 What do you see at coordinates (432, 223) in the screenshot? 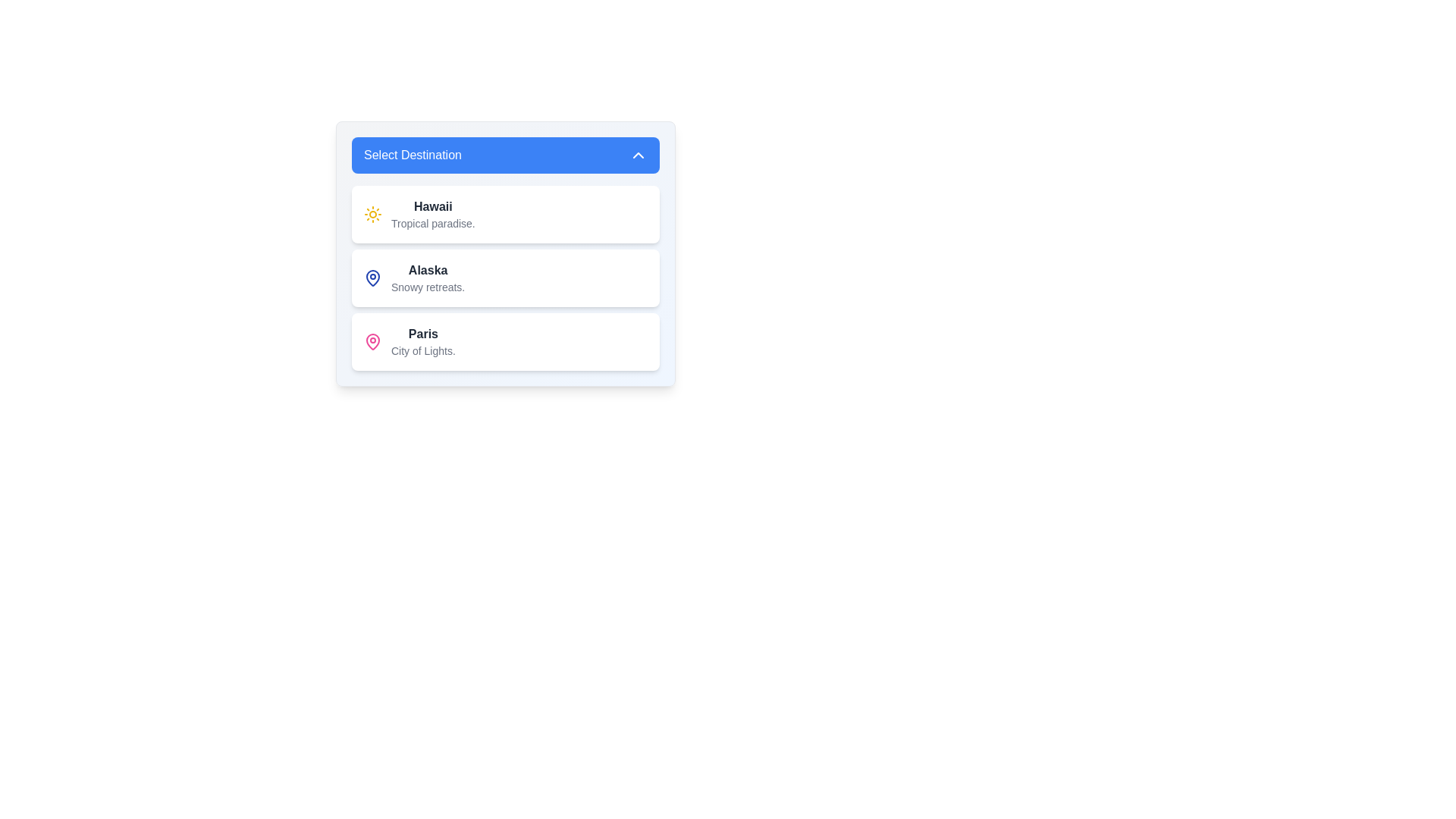
I see `the descriptive tagline text for the item 'Hawaii' within the first card entry of the vertically stacked selection menu` at bounding box center [432, 223].